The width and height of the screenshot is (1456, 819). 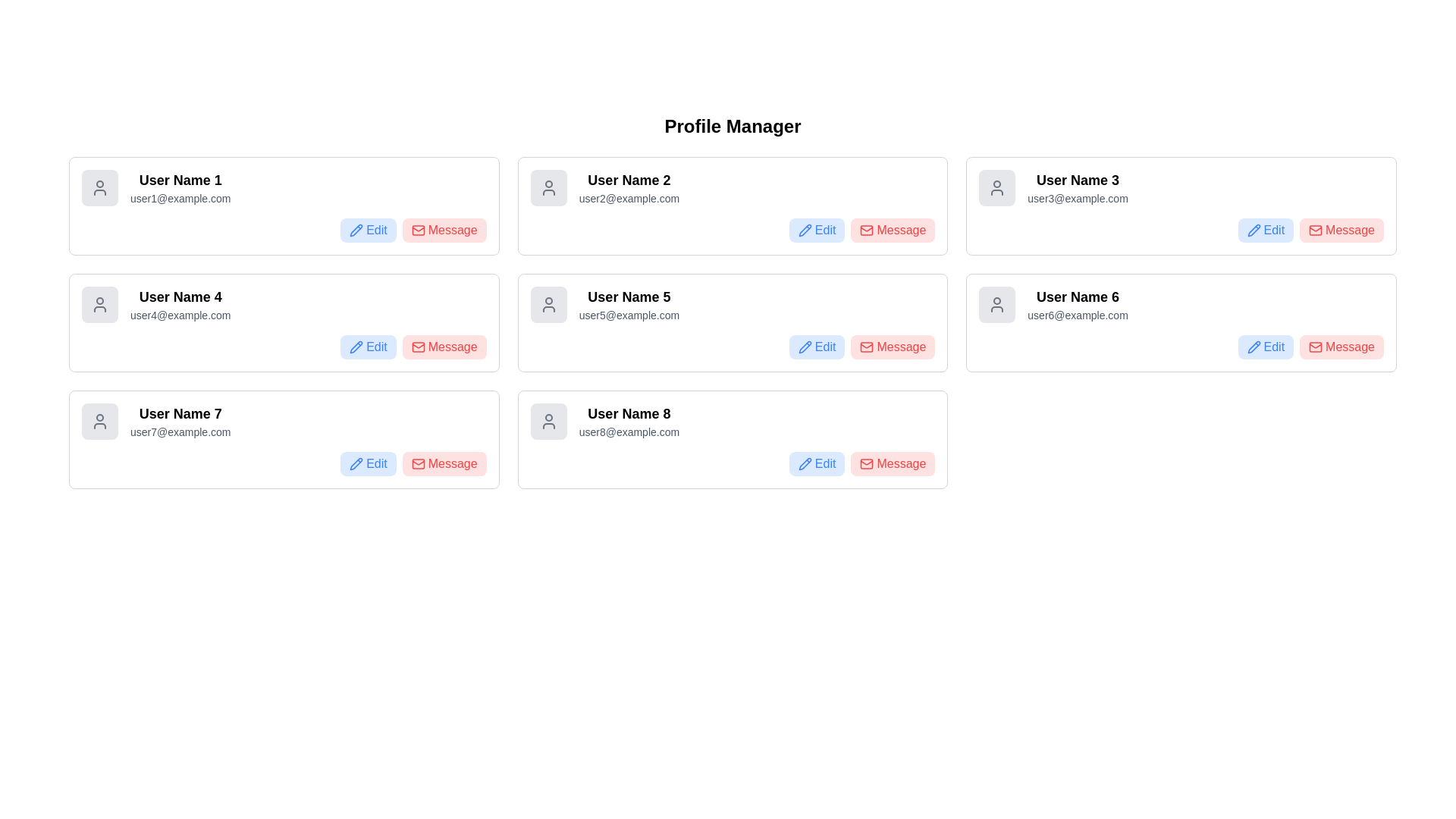 What do you see at coordinates (866, 231) in the screenshot?
I see `small red envelope icon located inside the 'Message' button for User Name 2 in the Profile Manager interface, which is positioned in the first row and second column of the second card in the grid layout` at bounding box center [866, 231].